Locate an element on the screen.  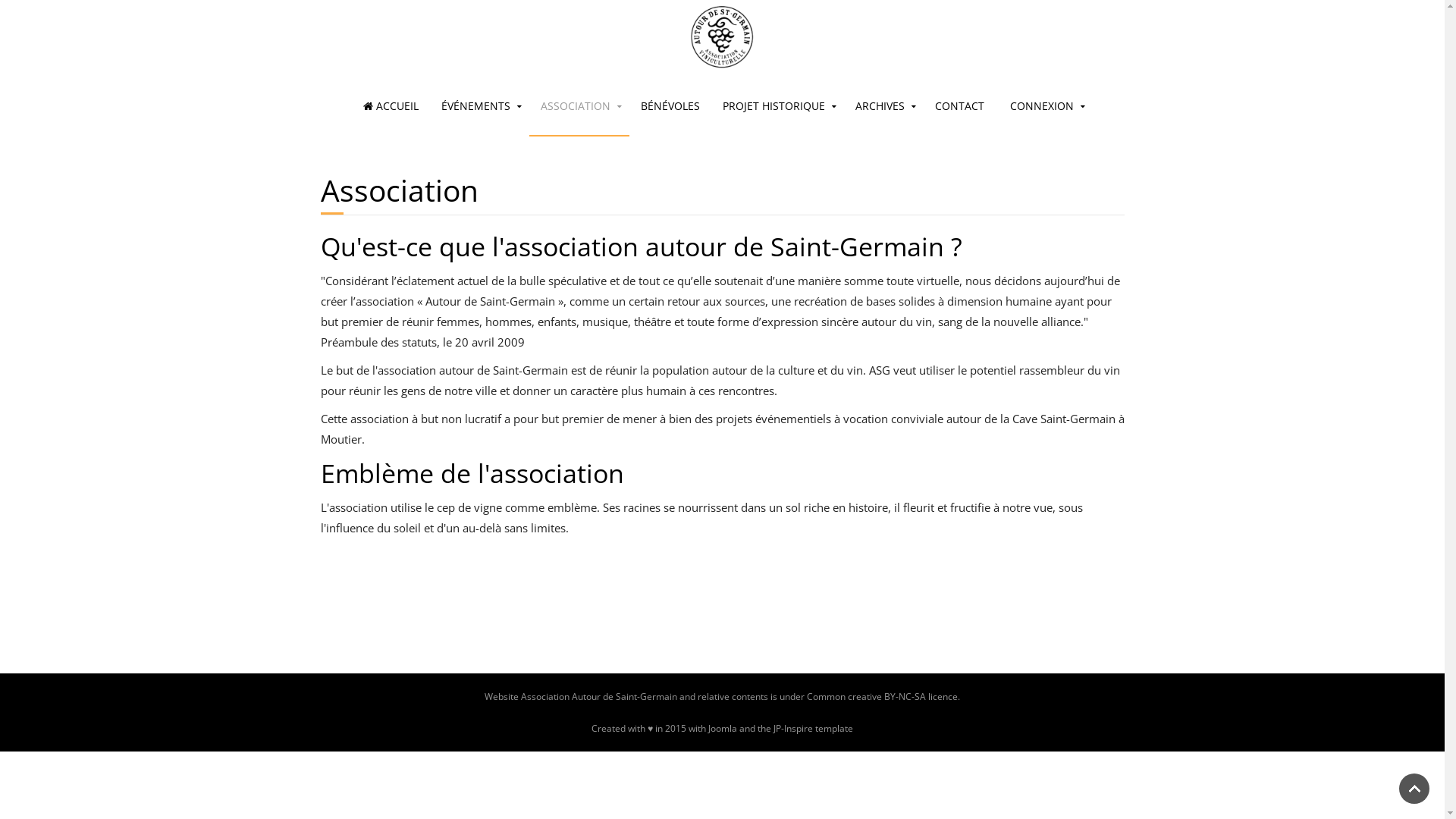
'CONNEXION' is located at coordinates (998, 105).